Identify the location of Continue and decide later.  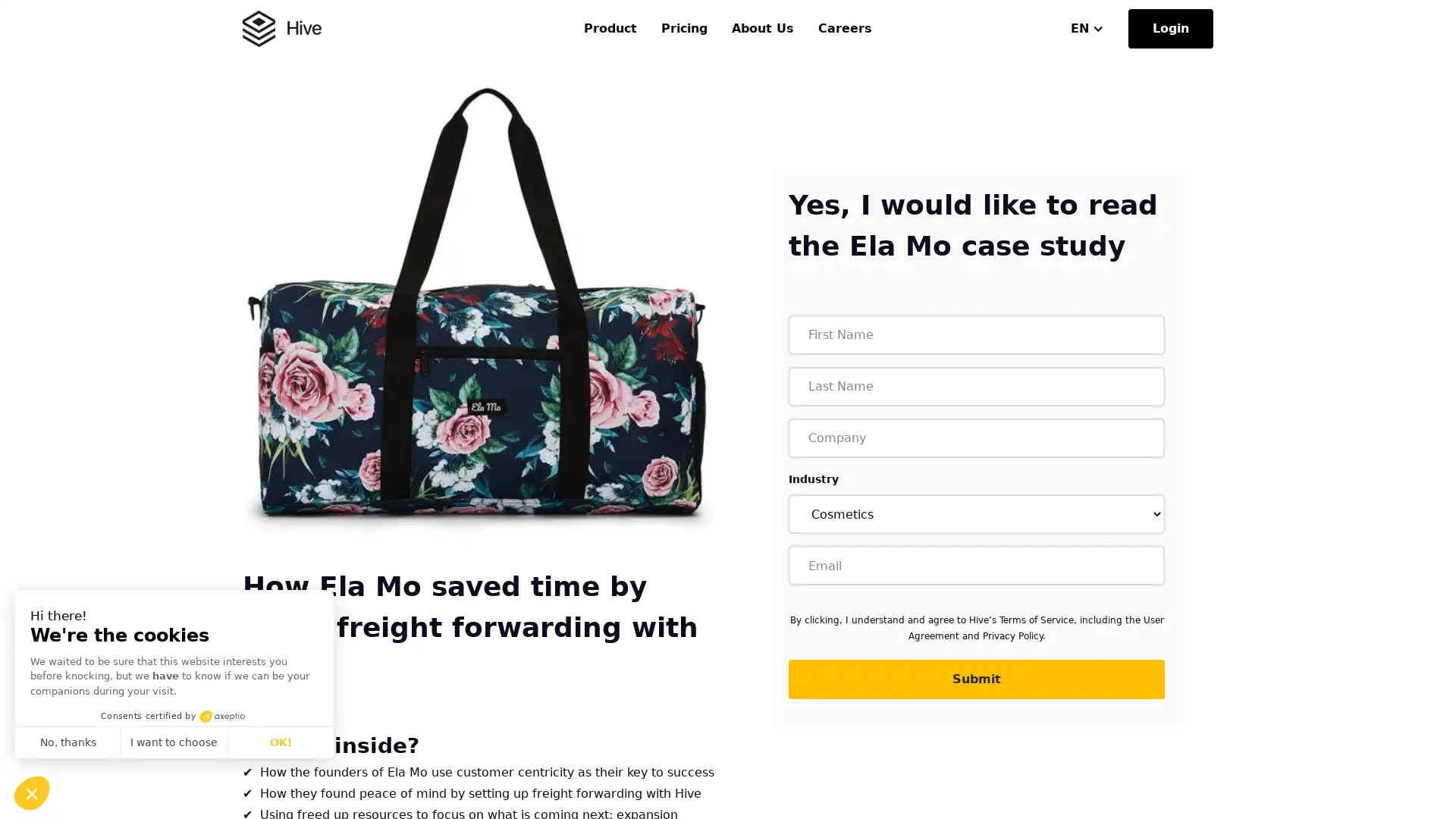
(32, 792).